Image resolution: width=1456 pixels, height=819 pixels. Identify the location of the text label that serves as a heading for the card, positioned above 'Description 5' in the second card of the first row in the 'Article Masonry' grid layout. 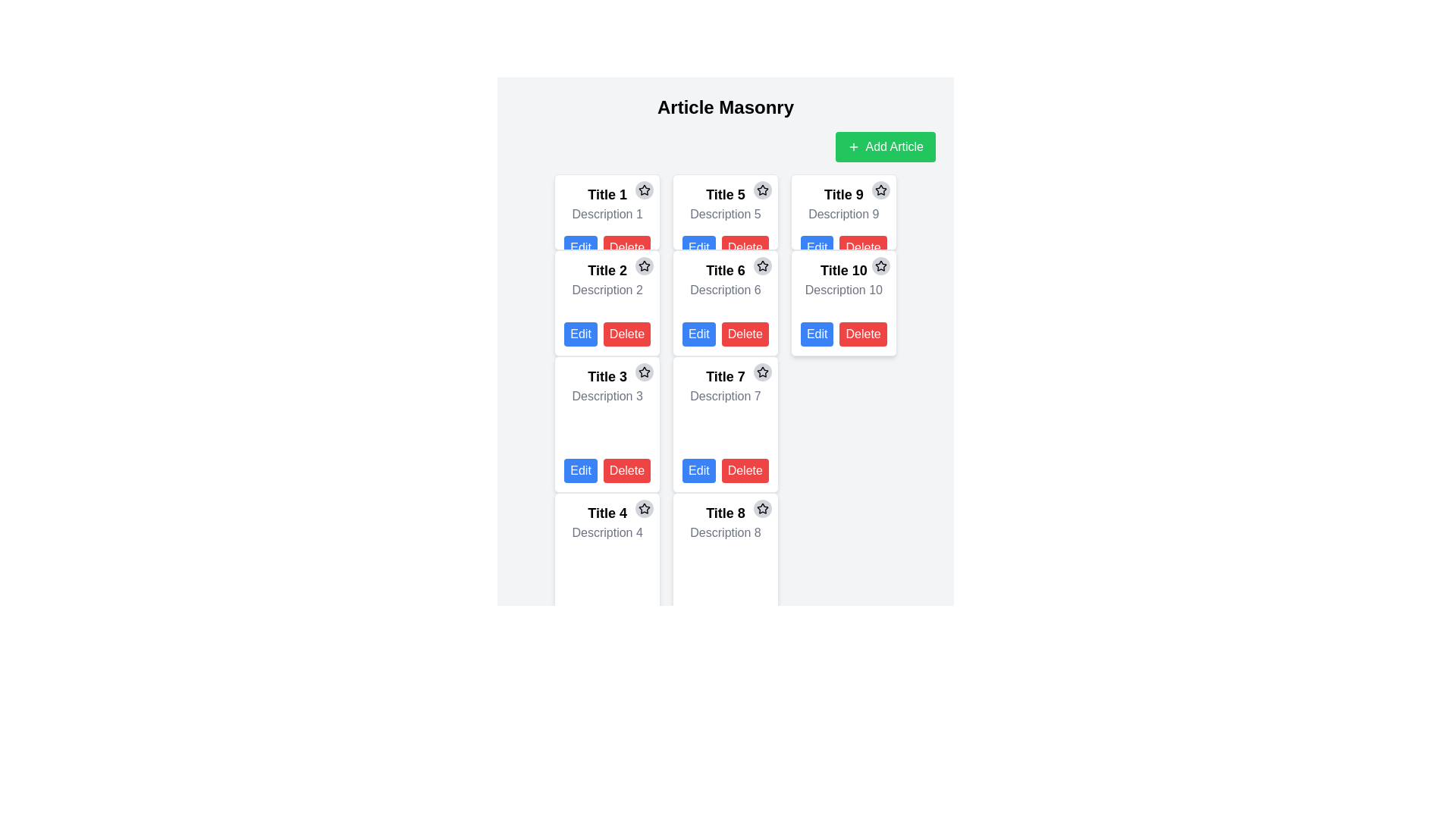
(724, 194).